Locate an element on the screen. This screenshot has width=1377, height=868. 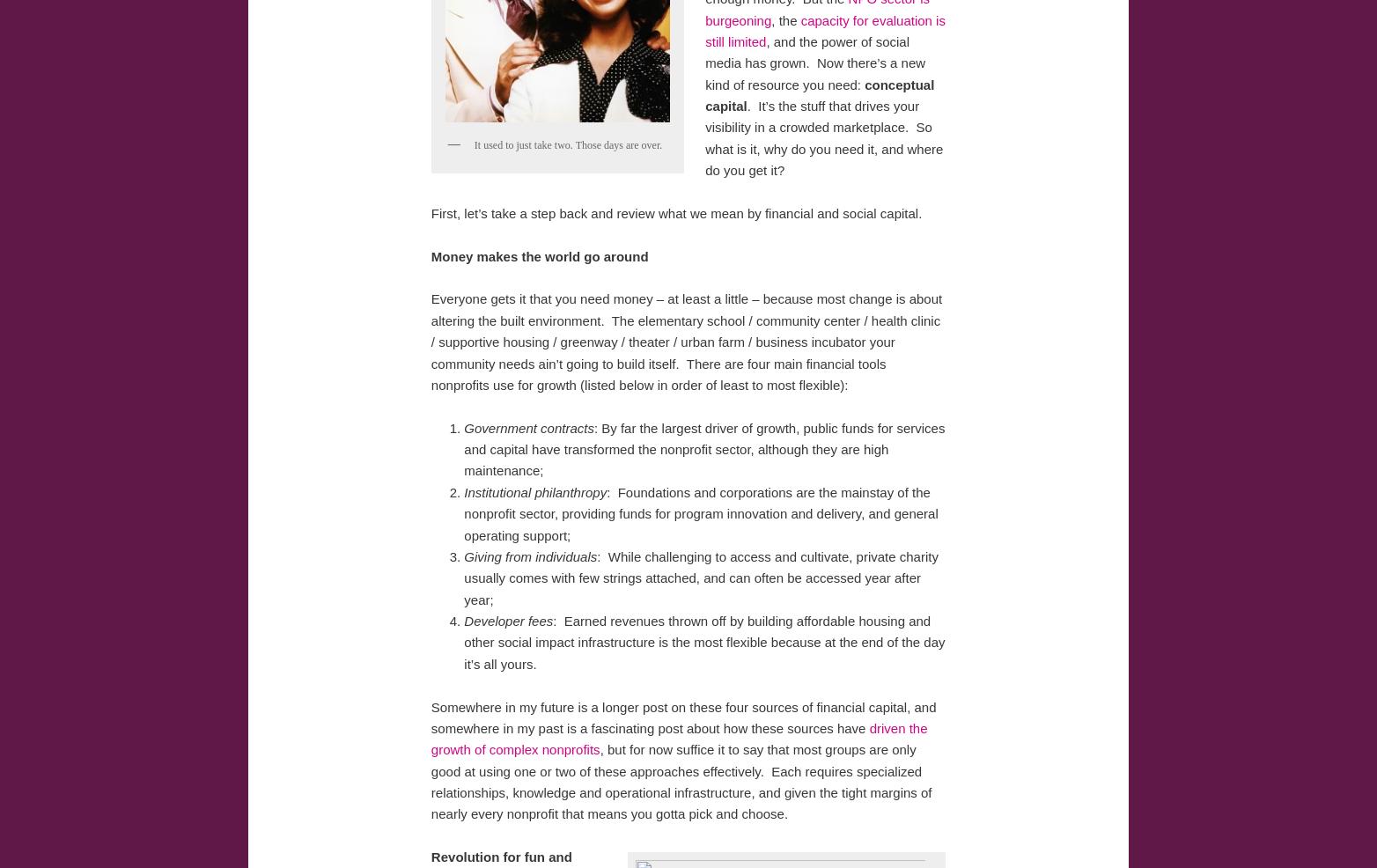
', the' is located at coordinates (770, 18).